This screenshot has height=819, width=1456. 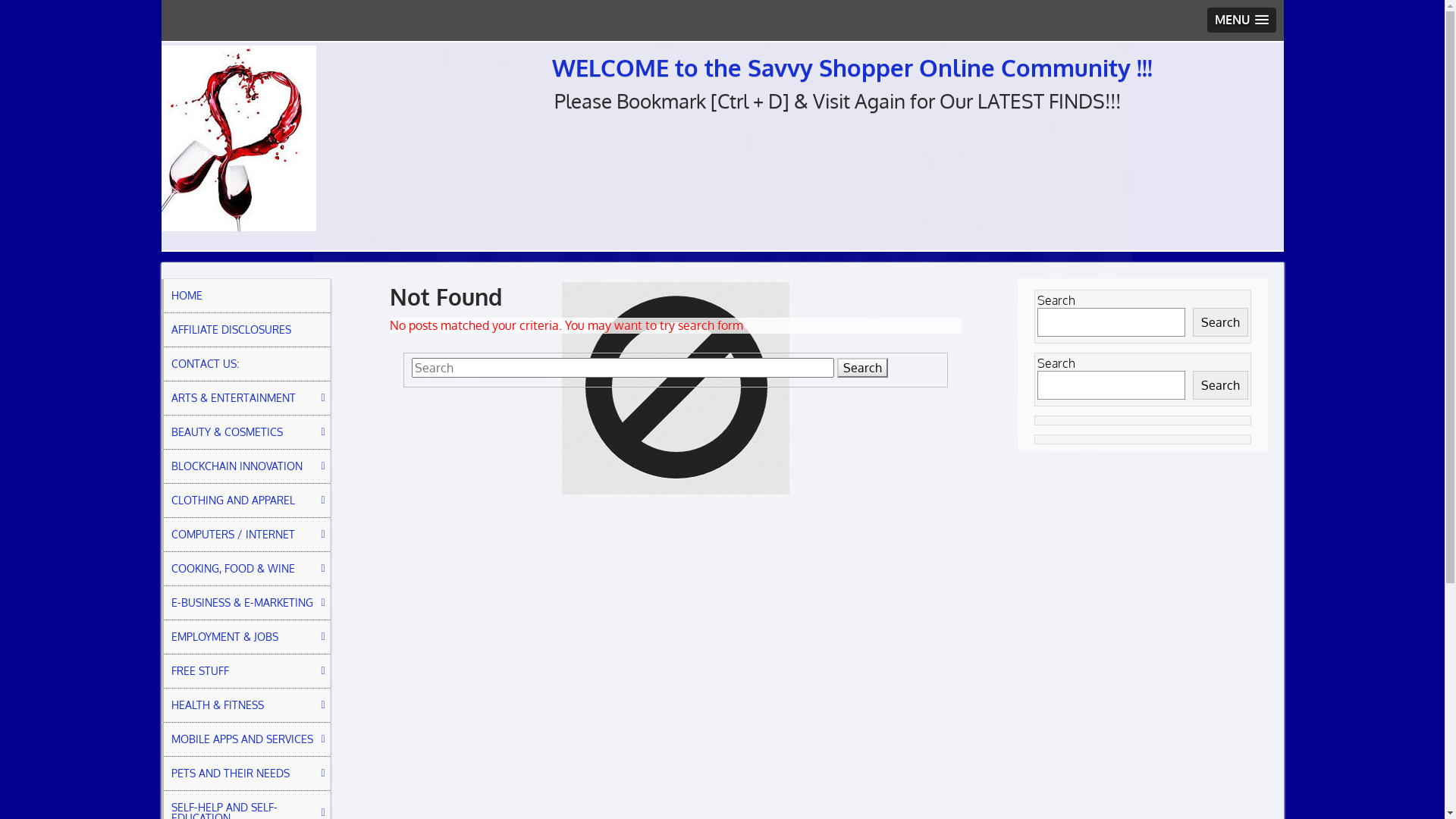 I want to click on 'WELCOME to the Savvy Shopper Online Community !!!', so click(x=852, y=66).